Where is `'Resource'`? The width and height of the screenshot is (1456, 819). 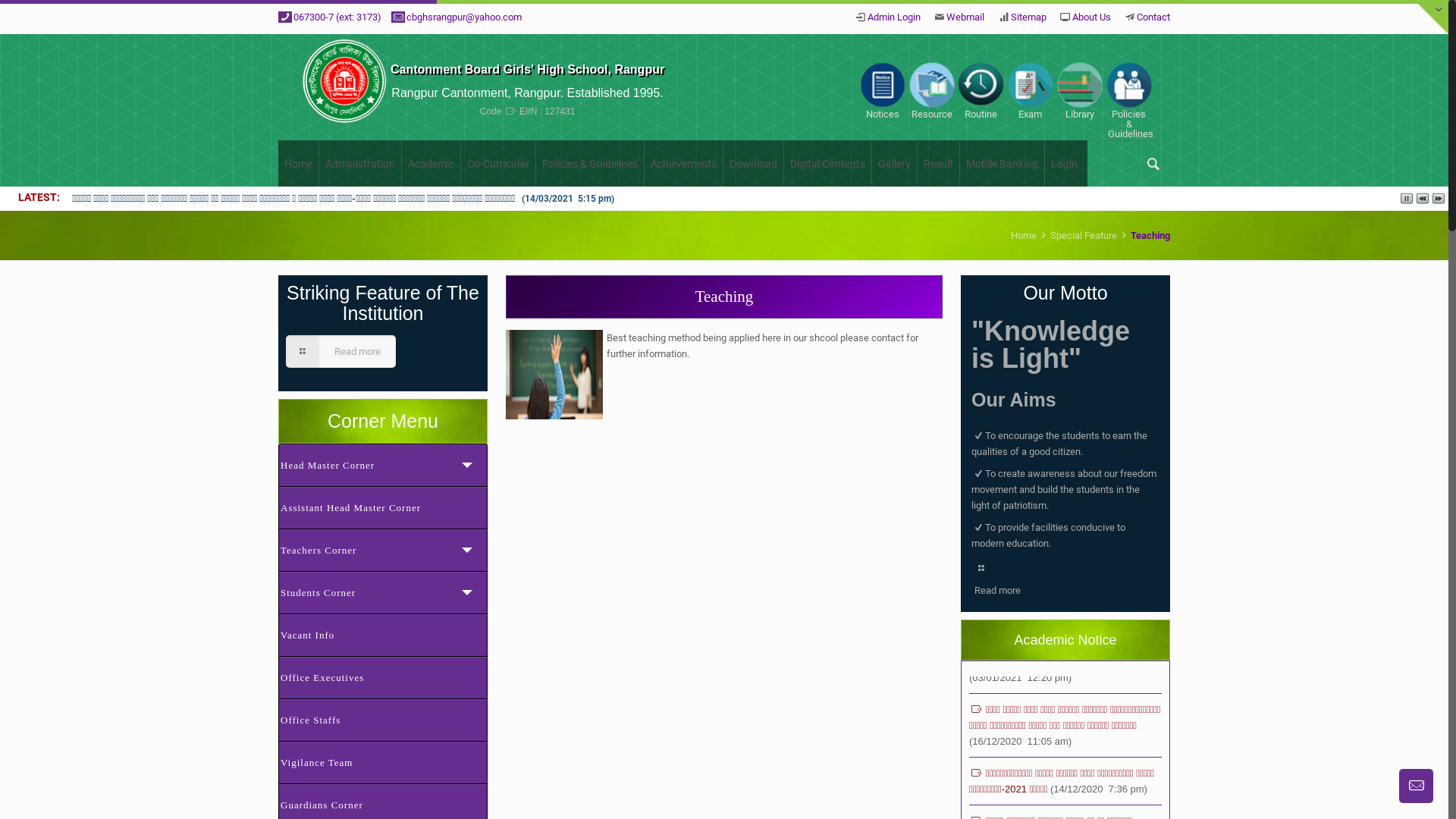
'Resource' is located at coordinates (930, 90).